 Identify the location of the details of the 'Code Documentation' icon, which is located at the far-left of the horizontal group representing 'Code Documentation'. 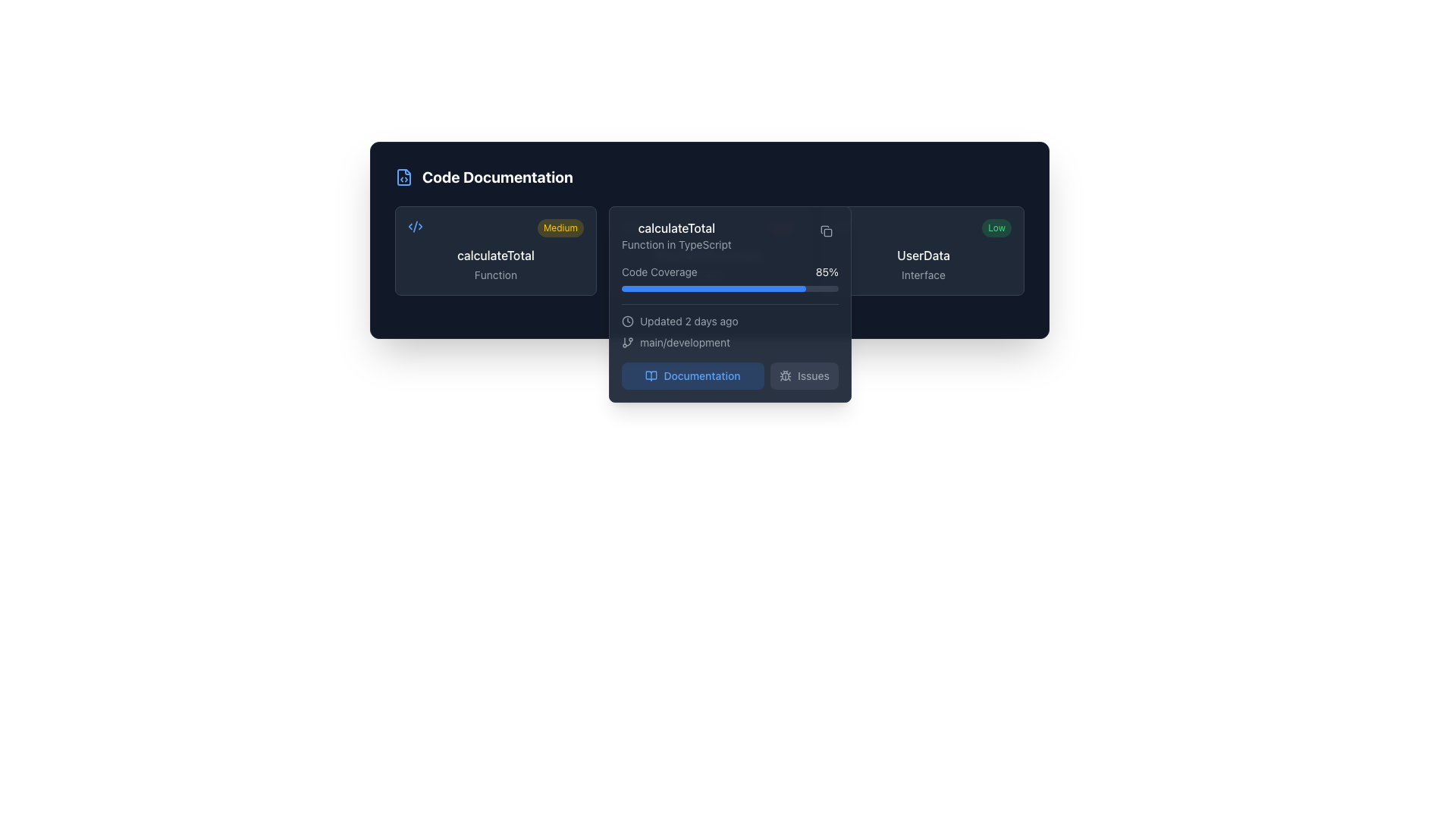
(403, 177).